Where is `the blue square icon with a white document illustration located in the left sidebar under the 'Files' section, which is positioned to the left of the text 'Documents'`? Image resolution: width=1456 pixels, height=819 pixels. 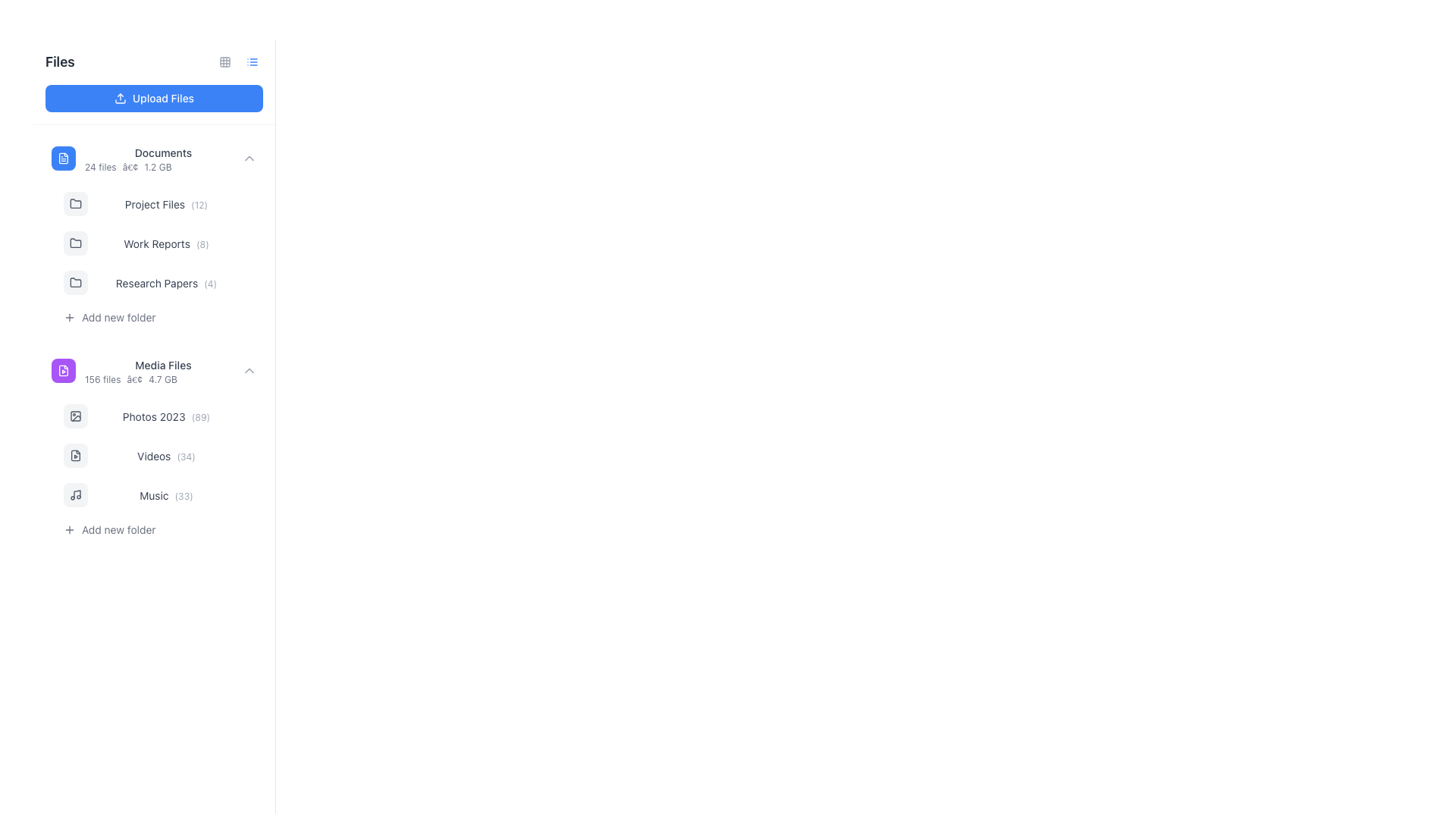 the blue square icon with a white document illustration located in the left sidebar under the 'Files' section, which is positioned to the left of the text 'Documents' is located at coordinates (62, 158).